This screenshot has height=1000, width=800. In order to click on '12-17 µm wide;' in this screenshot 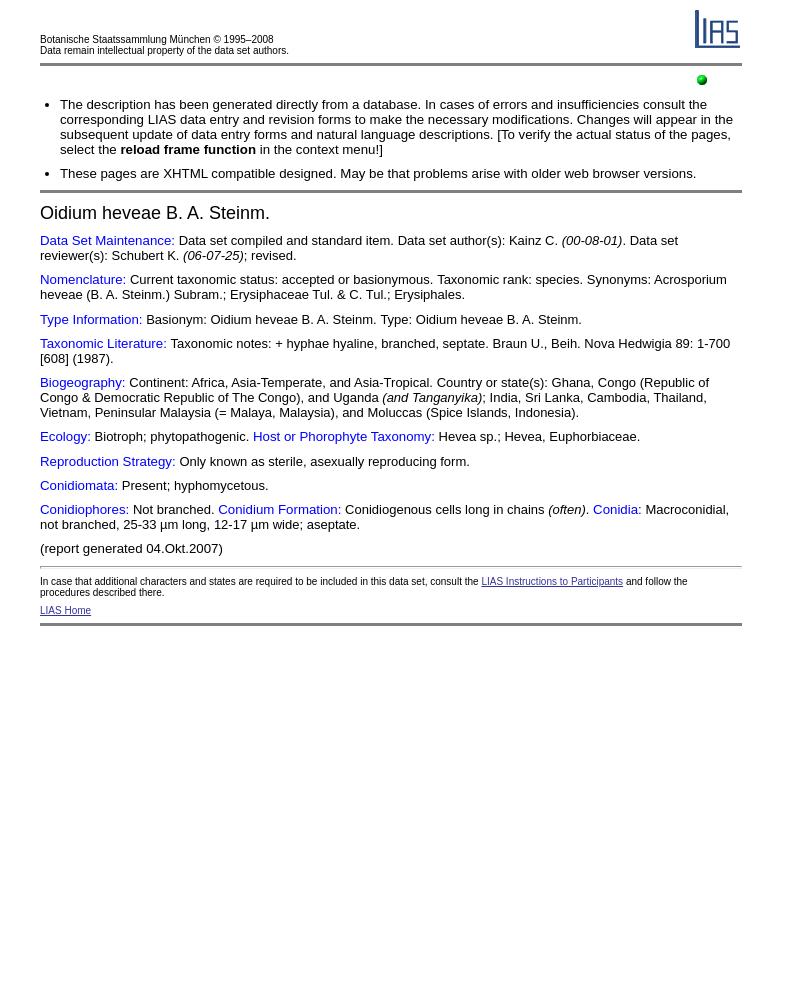, I will do `click(212, 524)`.